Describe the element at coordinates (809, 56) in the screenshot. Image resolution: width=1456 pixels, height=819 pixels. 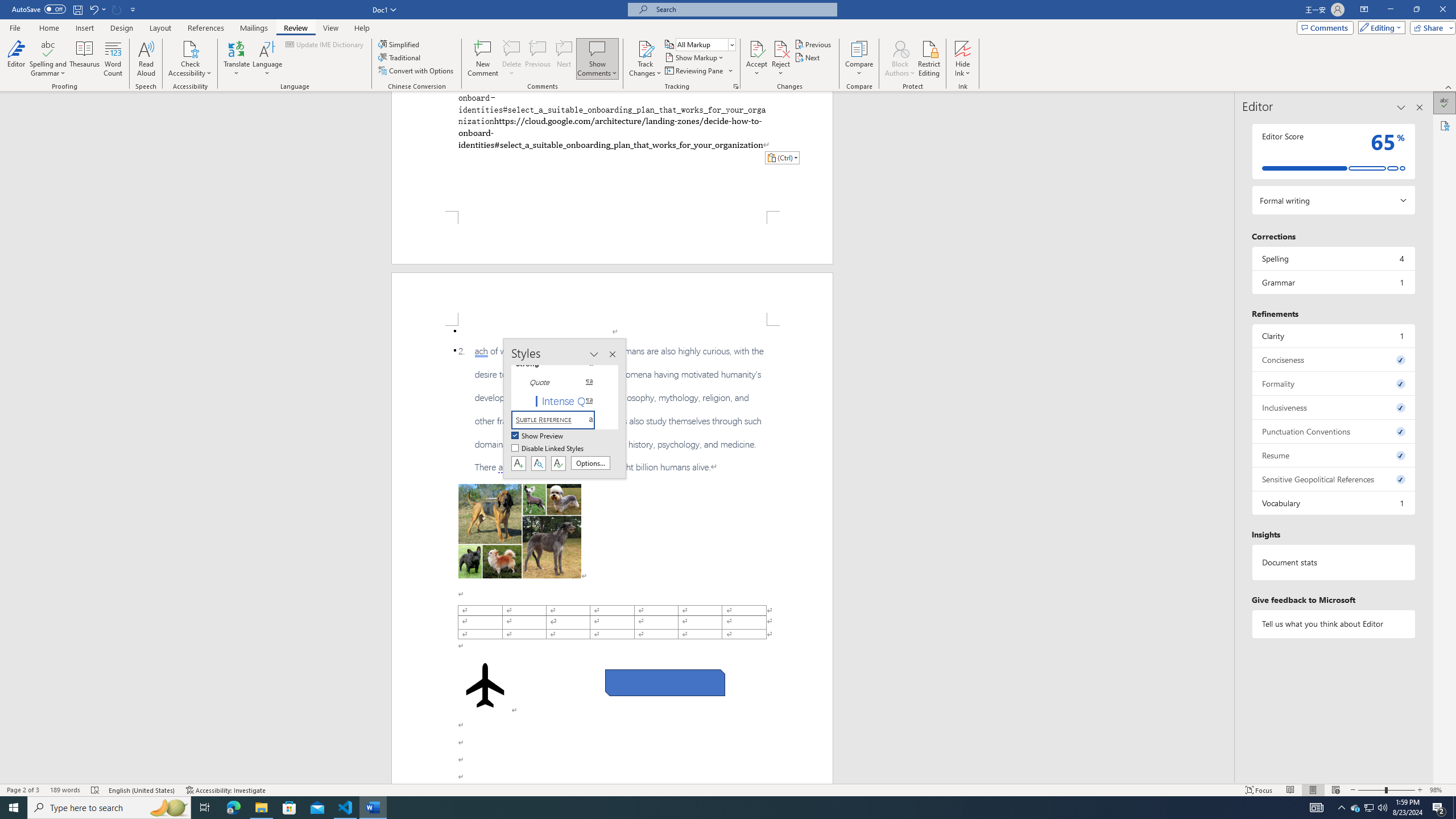
I see `'Next'` at that location.